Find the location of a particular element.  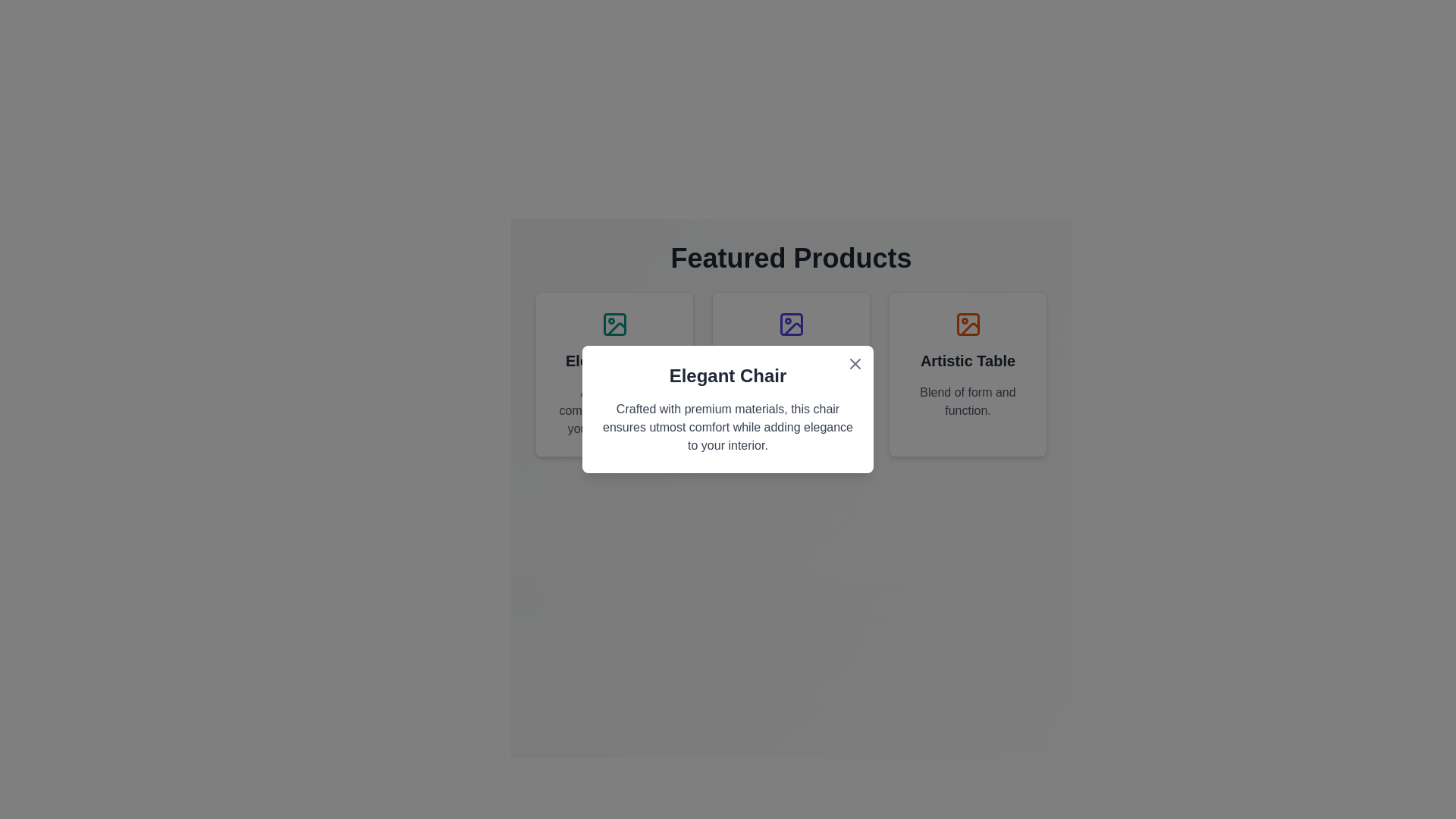

title text label located at the top of the rightmost card in the 'Featured Products' section to identify the product title is located at coordinates (967, 360).